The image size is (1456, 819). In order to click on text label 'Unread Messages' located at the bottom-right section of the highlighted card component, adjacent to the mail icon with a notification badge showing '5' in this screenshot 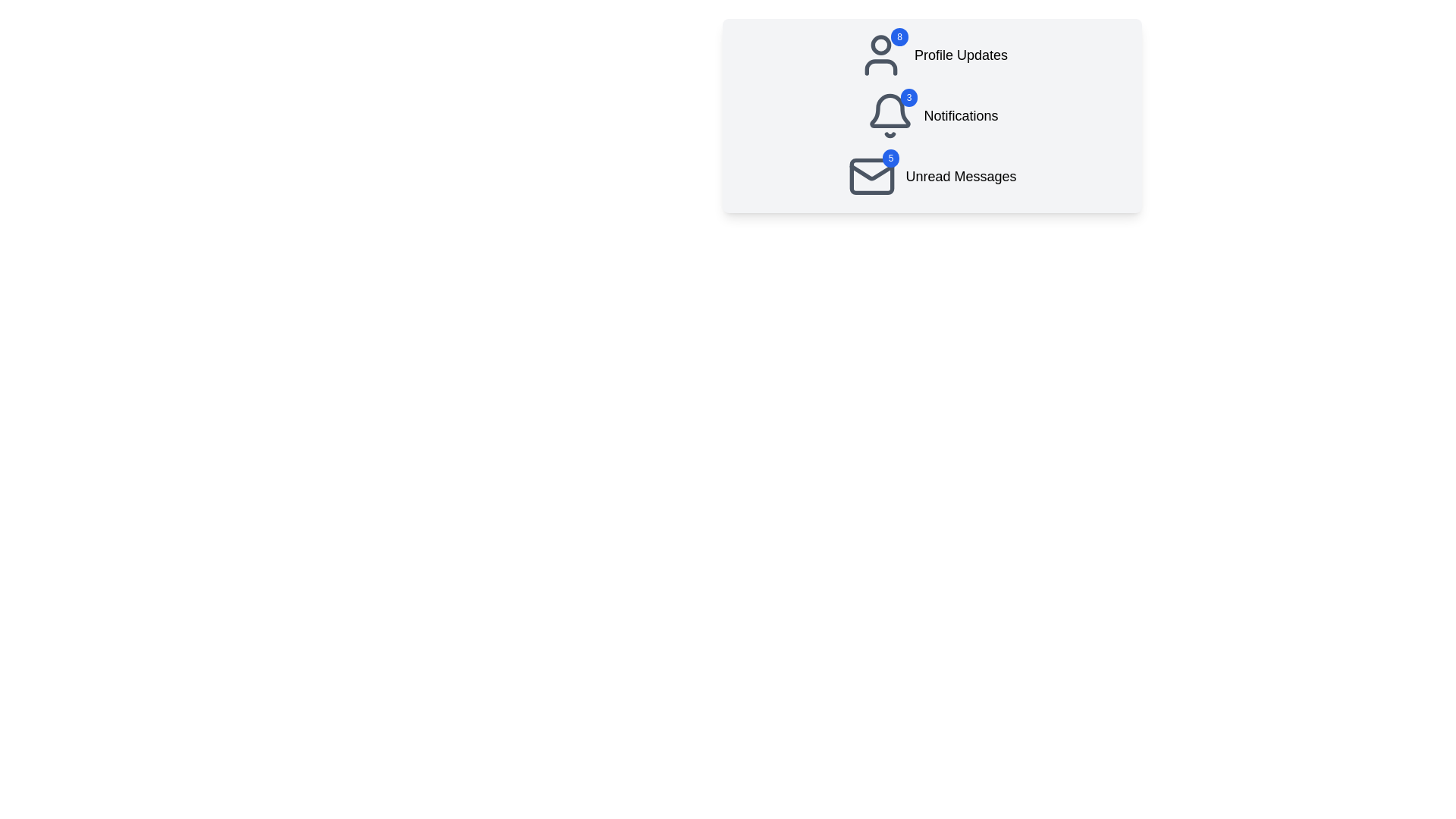, I will do `click(960, 175)`.